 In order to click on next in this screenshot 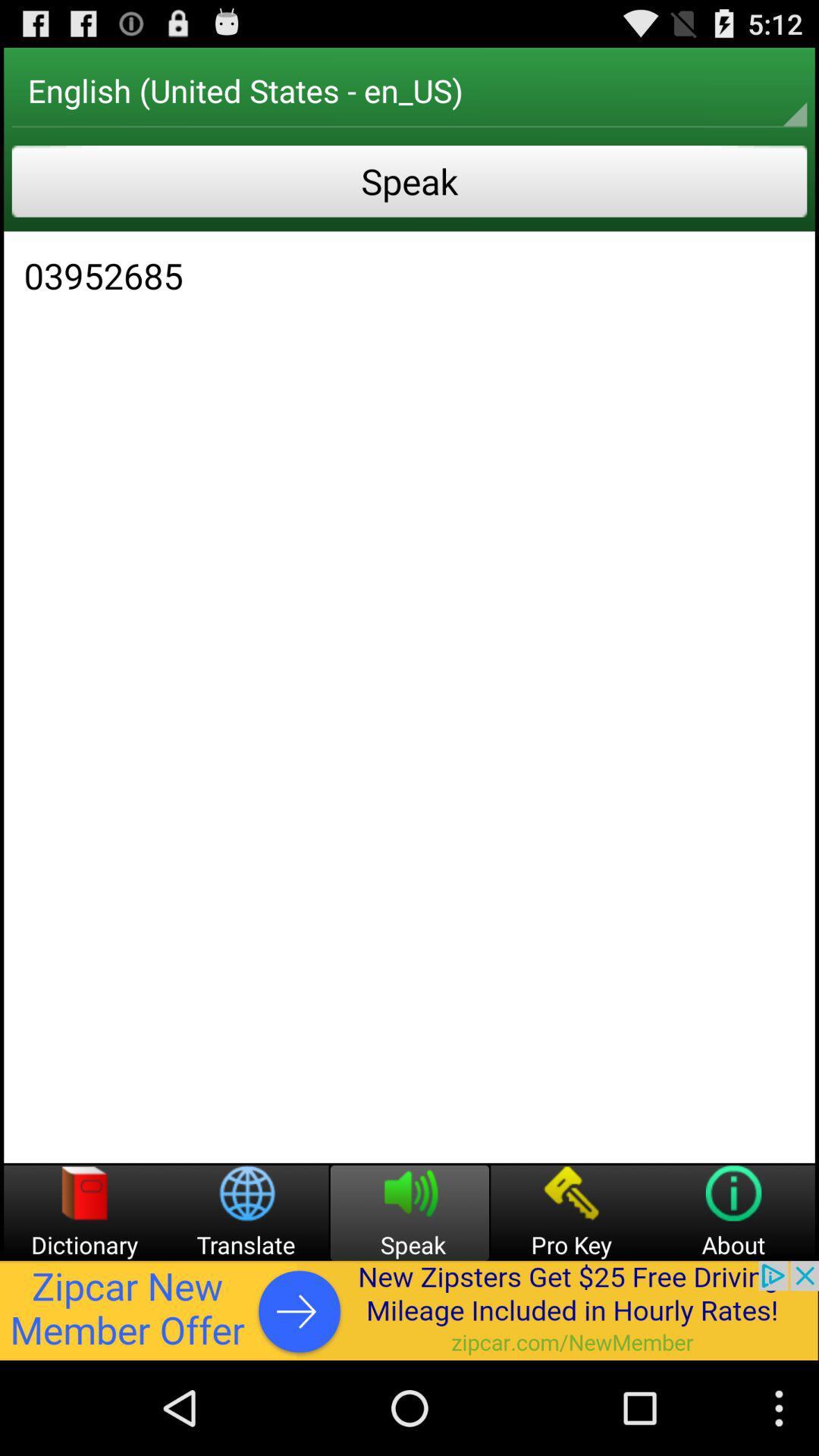, I will do `click(409, 1310)`.